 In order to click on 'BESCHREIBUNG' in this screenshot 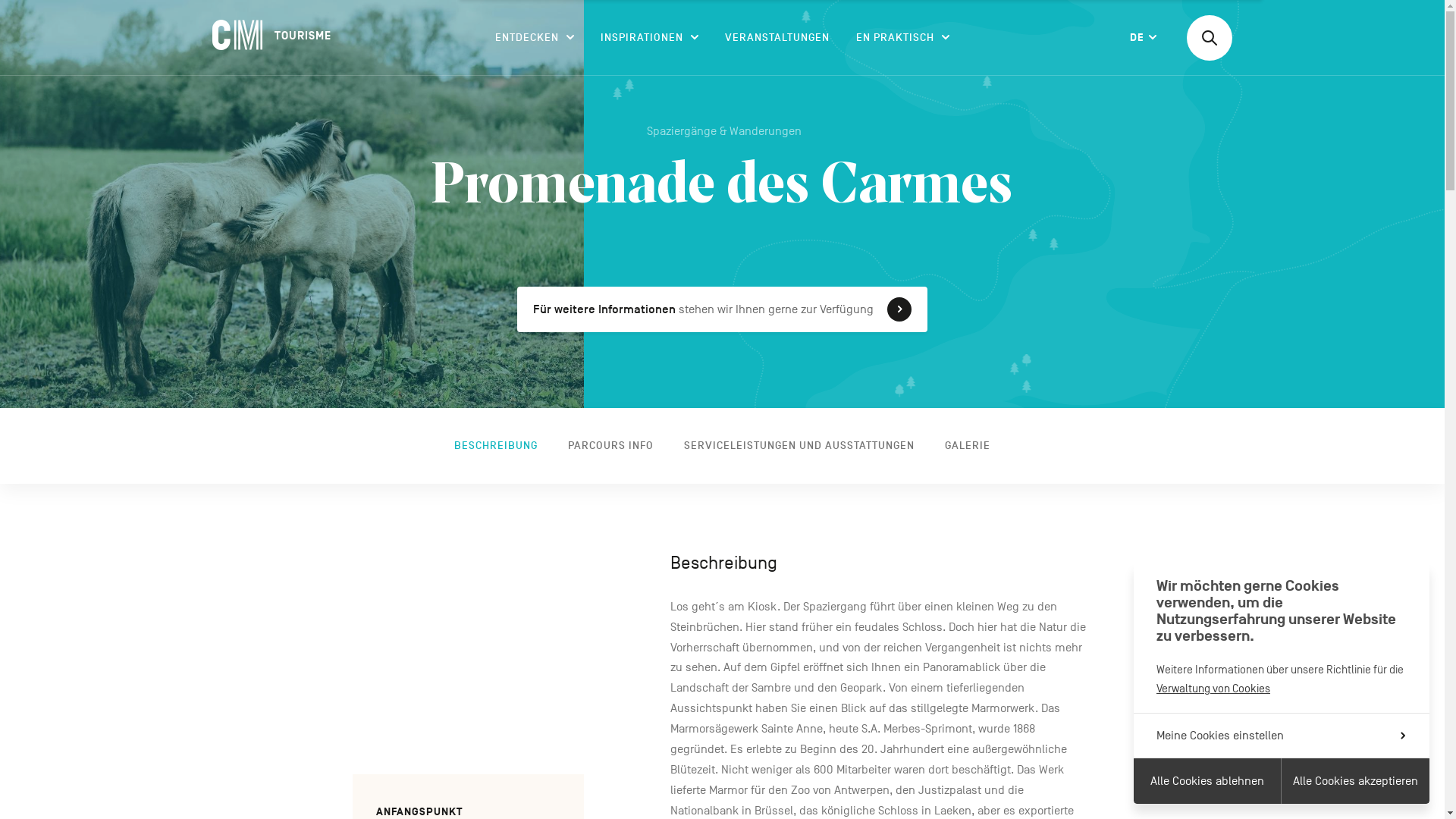, I will do `click(495, 444)`.